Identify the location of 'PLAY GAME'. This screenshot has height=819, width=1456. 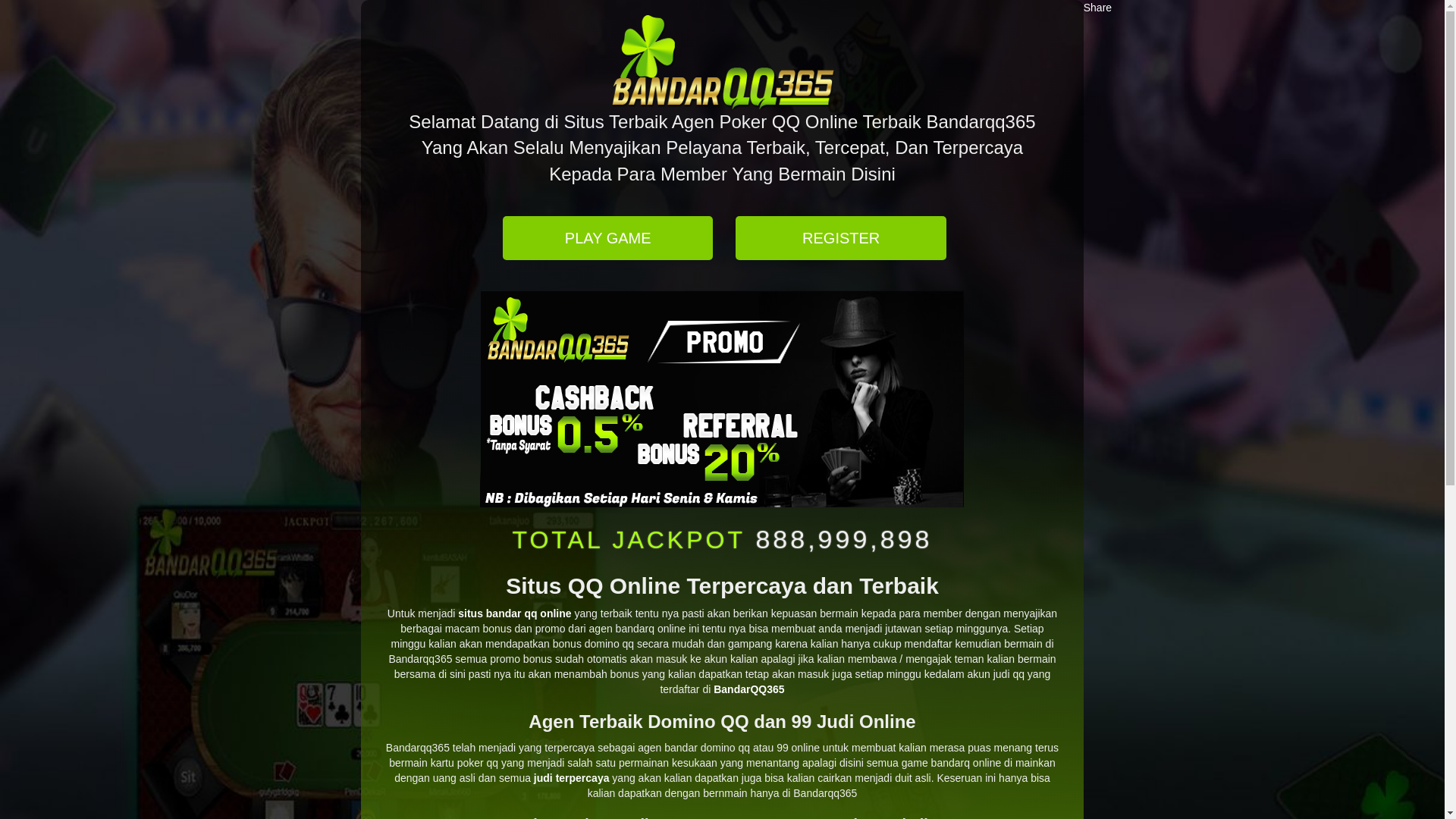
(607, 238).